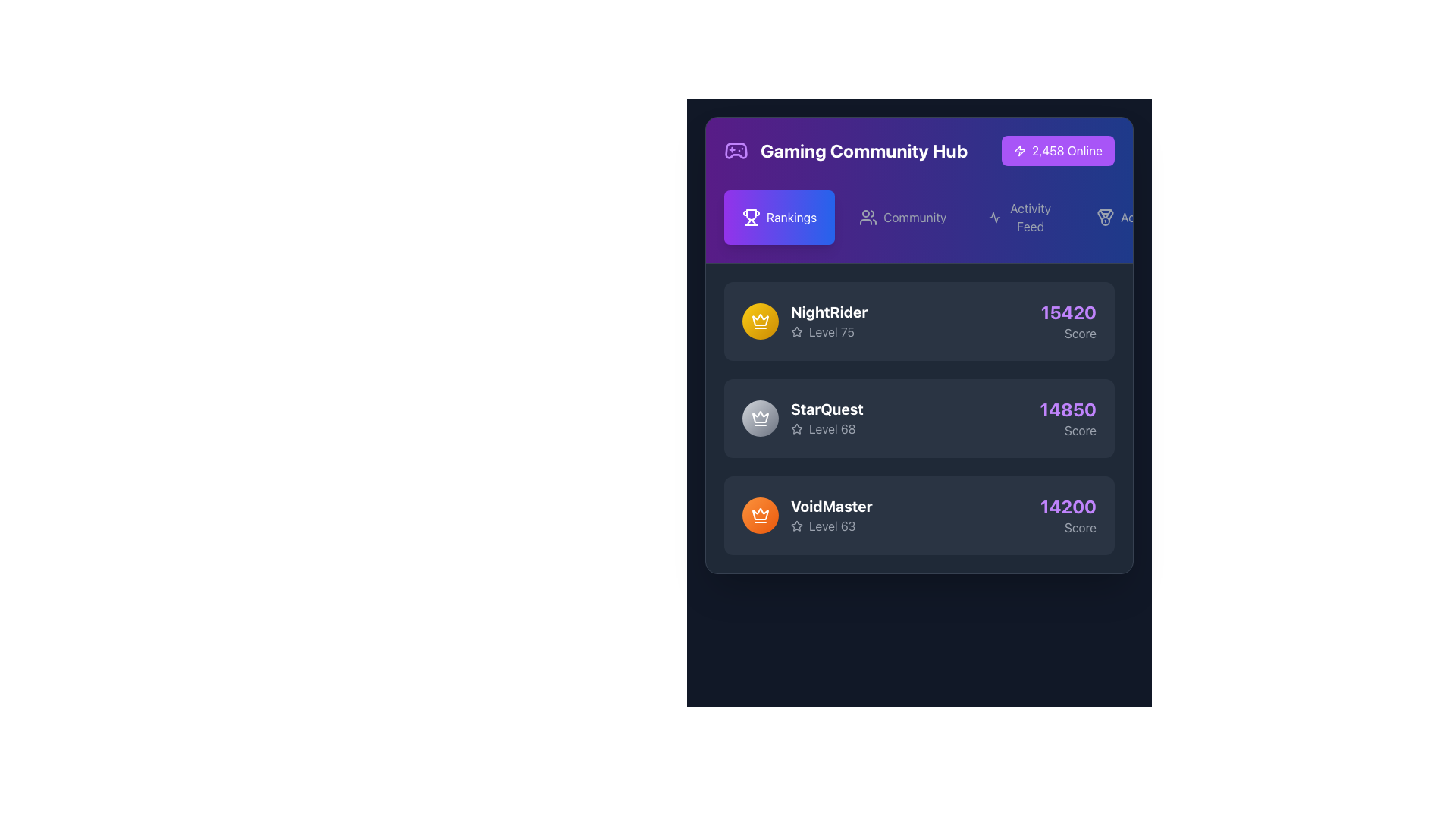 The height and width of the screenshot is (819, 1456). Describe the element at coordinates (914, 217) in the screenshot. I see `the 'Community' text label, which is styled in light text on a bluish background and is part of the navigation bar` at that location.